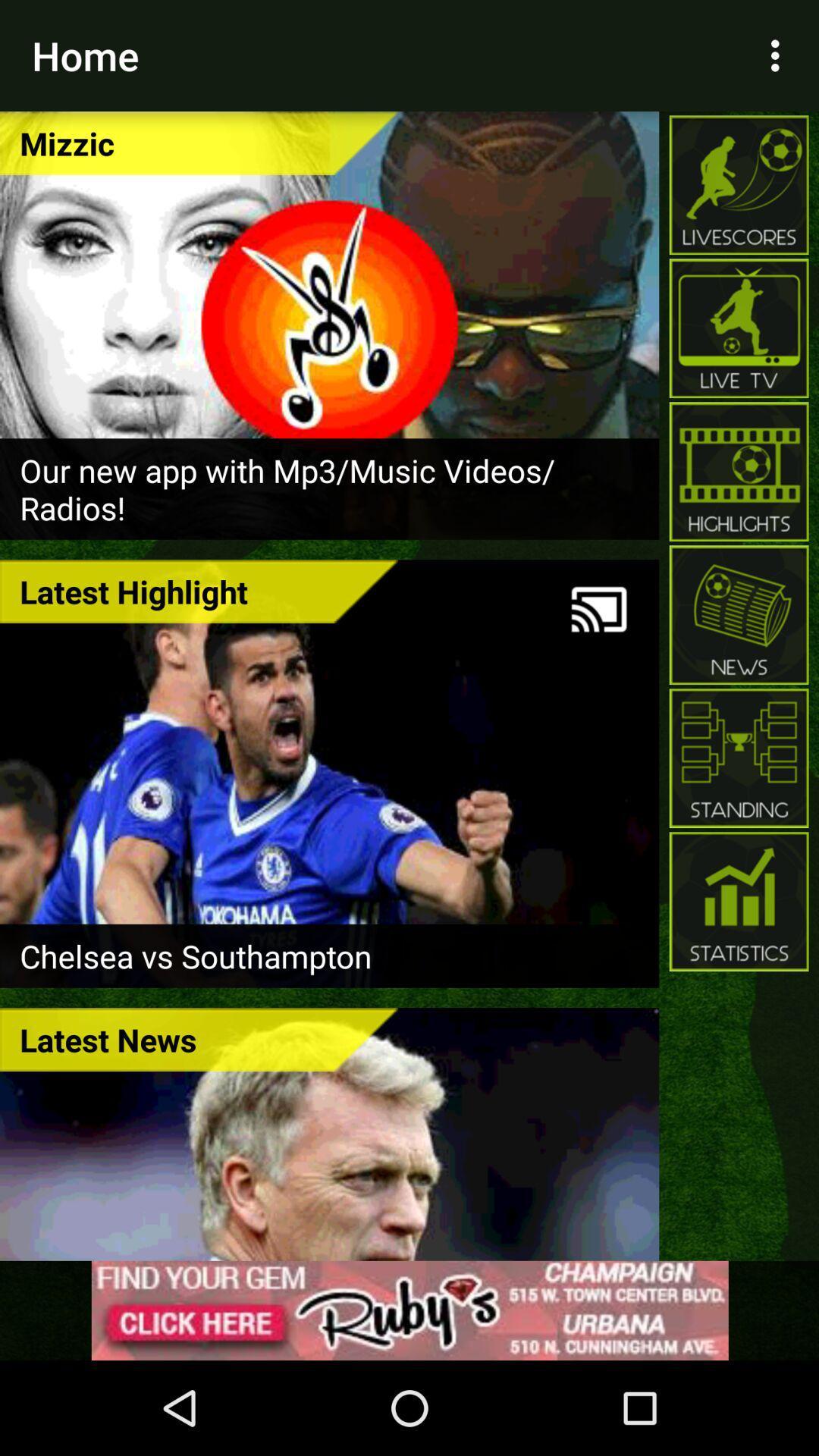 The height and width of the screenshot is (1456, 819). Describe the element at coordinates (198, 590) in the screenshot. I see `latest highlight` at that location.